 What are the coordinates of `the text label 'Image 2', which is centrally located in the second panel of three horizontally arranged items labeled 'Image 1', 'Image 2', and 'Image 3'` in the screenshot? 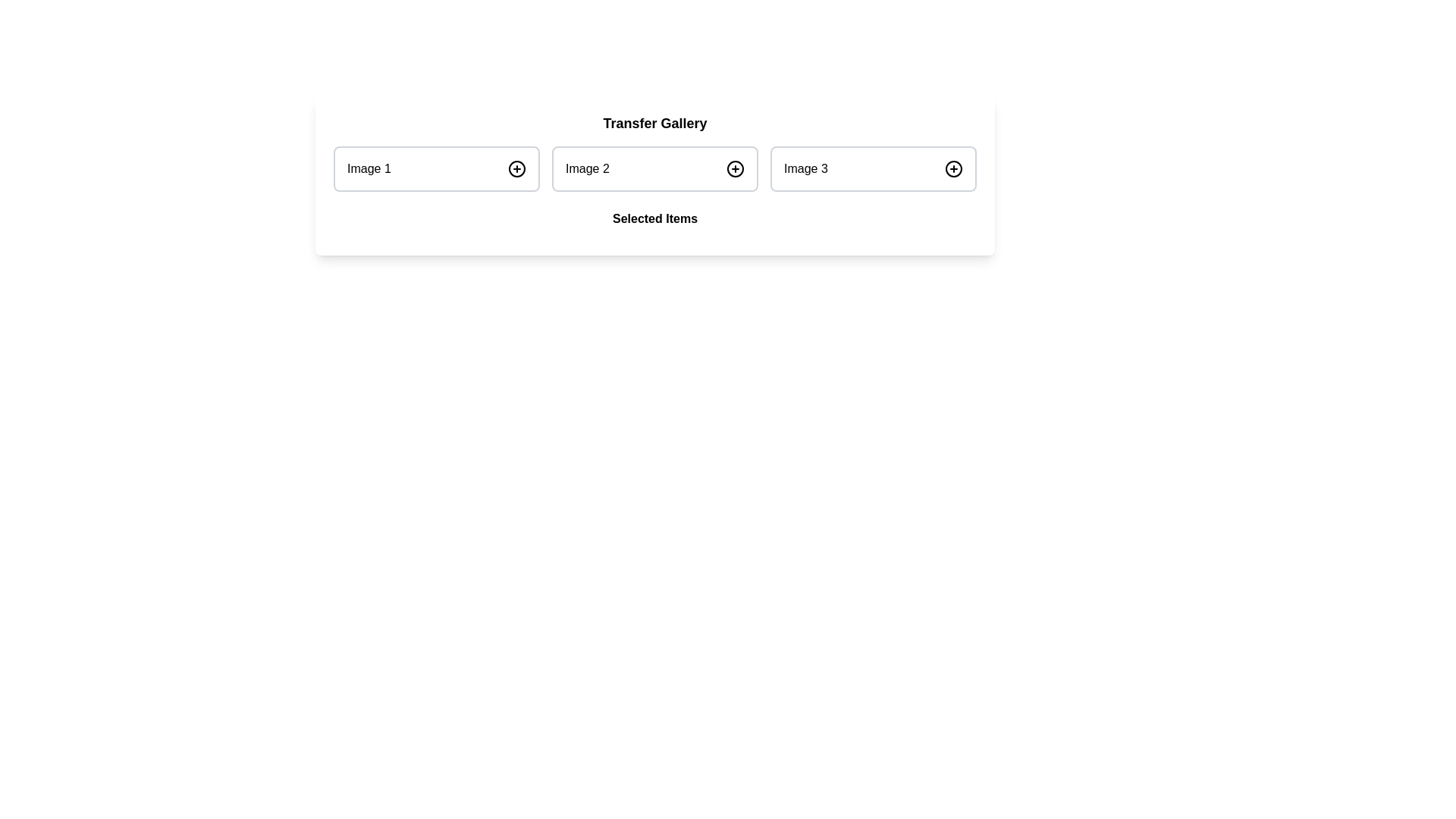 It's located at (586, 169).